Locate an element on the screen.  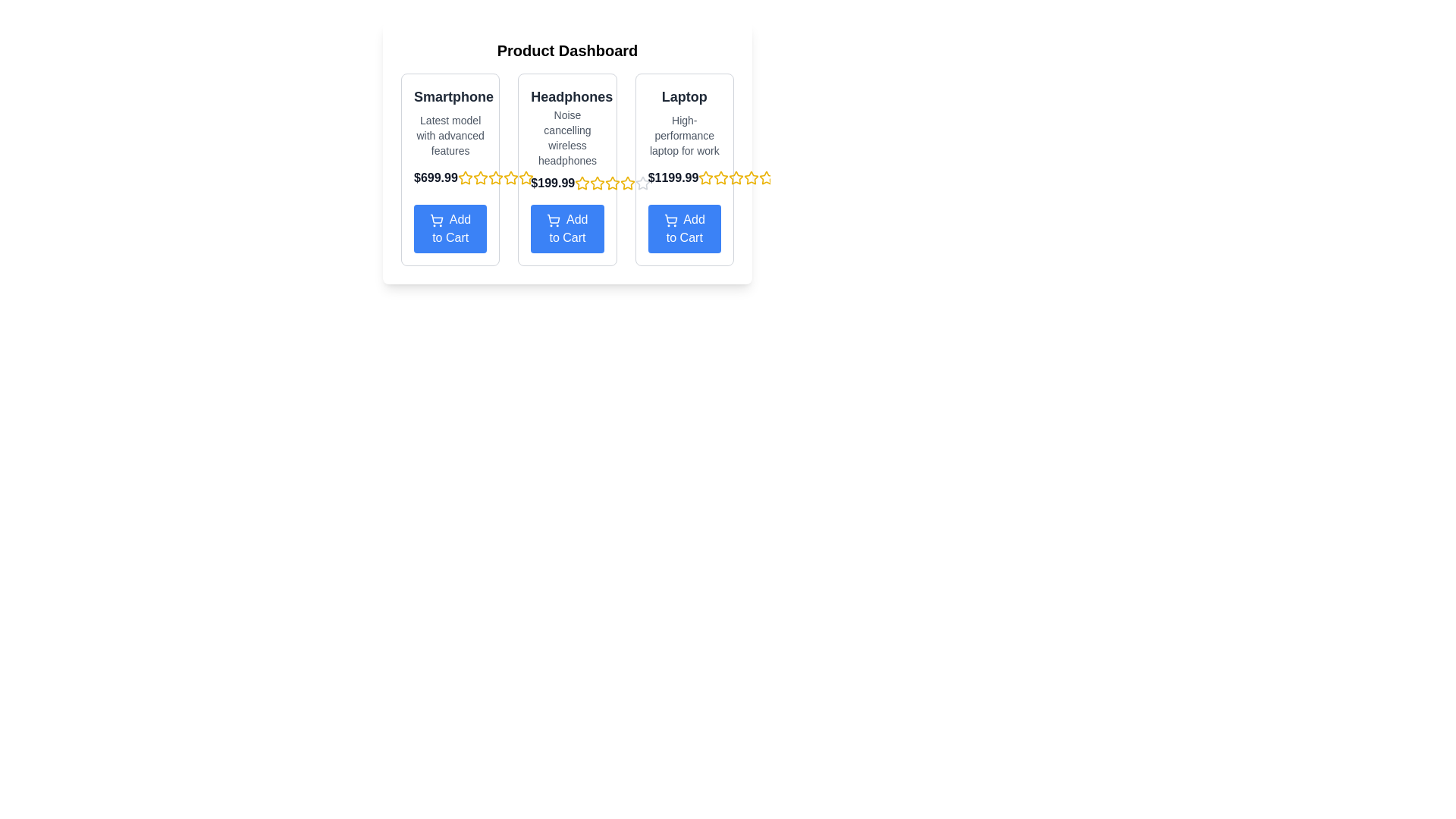
the second star in the rating control under the 'Headphones' section is located at coordinates (526, 177).